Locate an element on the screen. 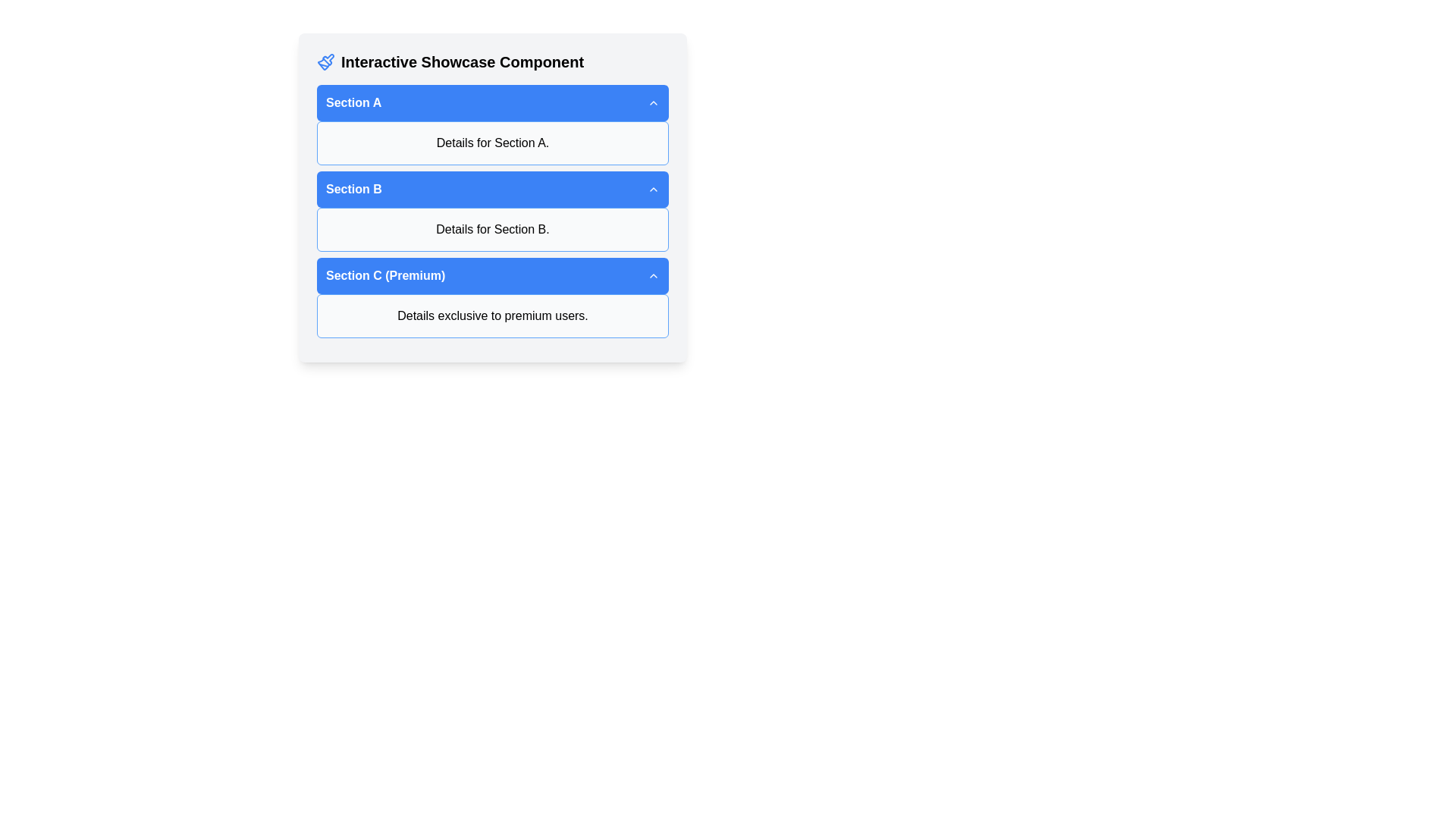  the title text label that serves as a heading for the section, located at the top of the section above the collapsible panels labeled Section A, Section B, and Section C (Premium) is located at coordinates (492, 61).